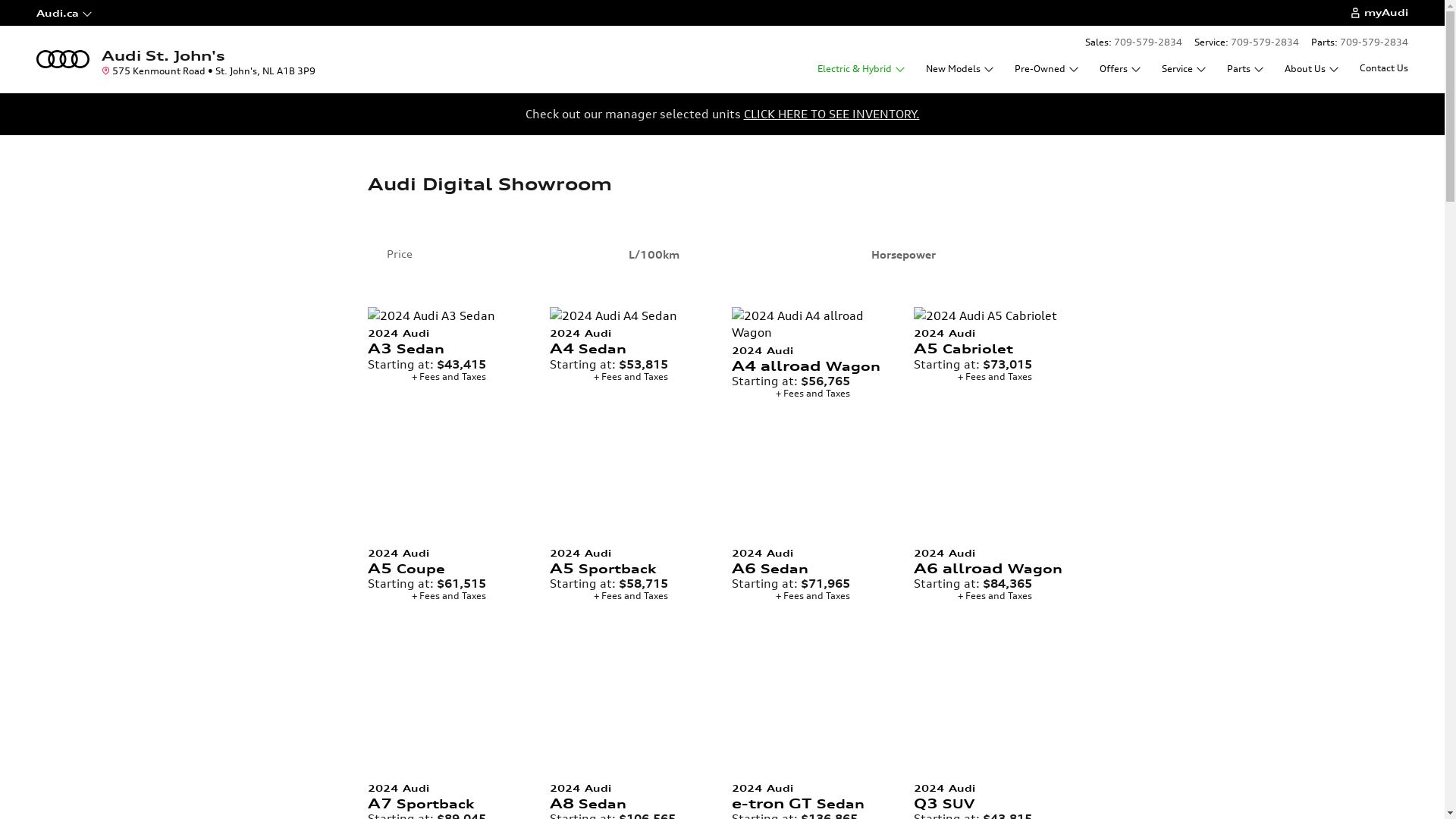  What do you see at coordinates (1182, 68) in the screenshot?
I see `'Service'` at bounding box center [1182, 68].